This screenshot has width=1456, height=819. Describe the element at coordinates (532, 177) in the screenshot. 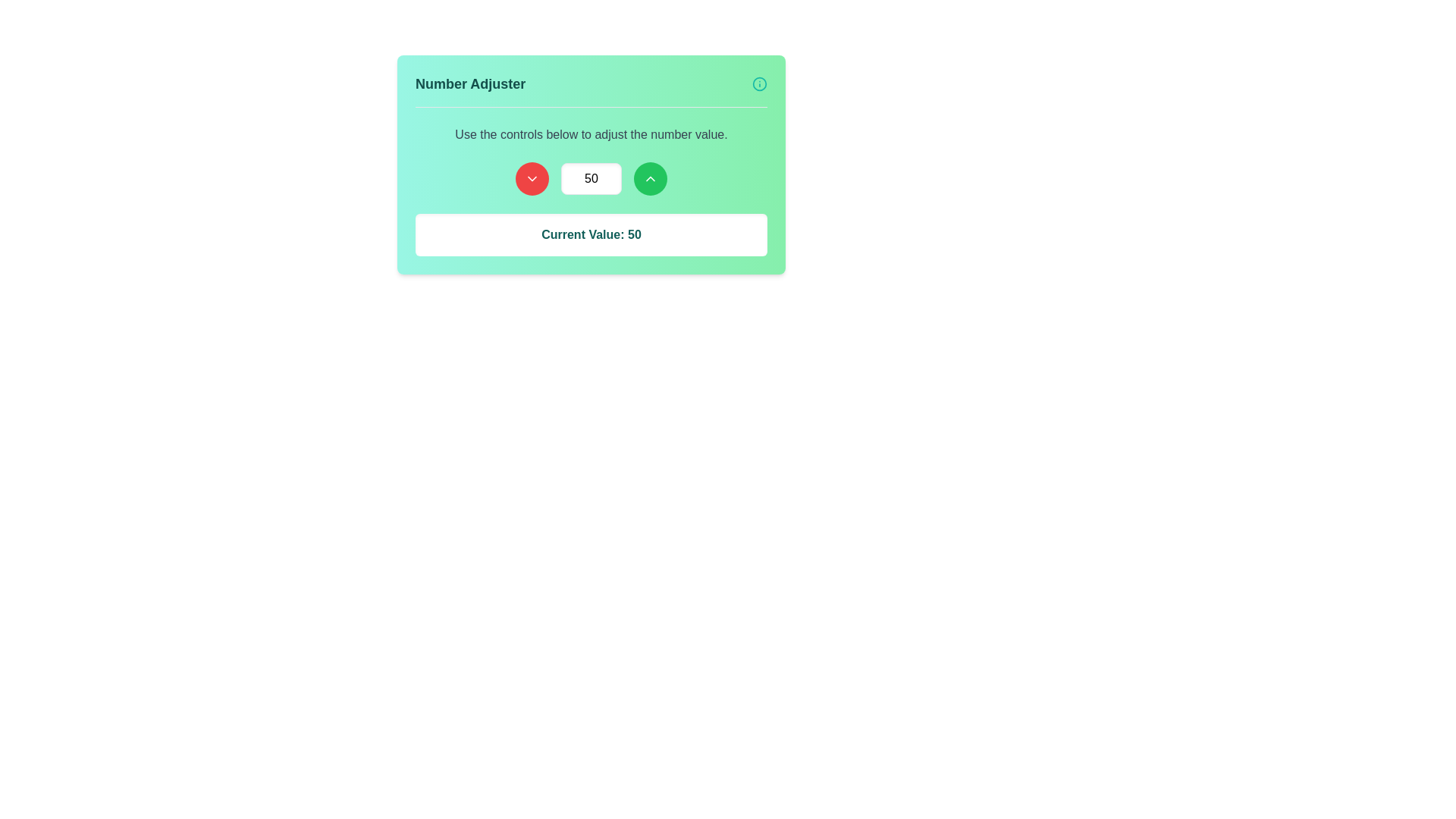

I see `the circular red button with a white downward arrow icon to trigger hover effects` at that location.